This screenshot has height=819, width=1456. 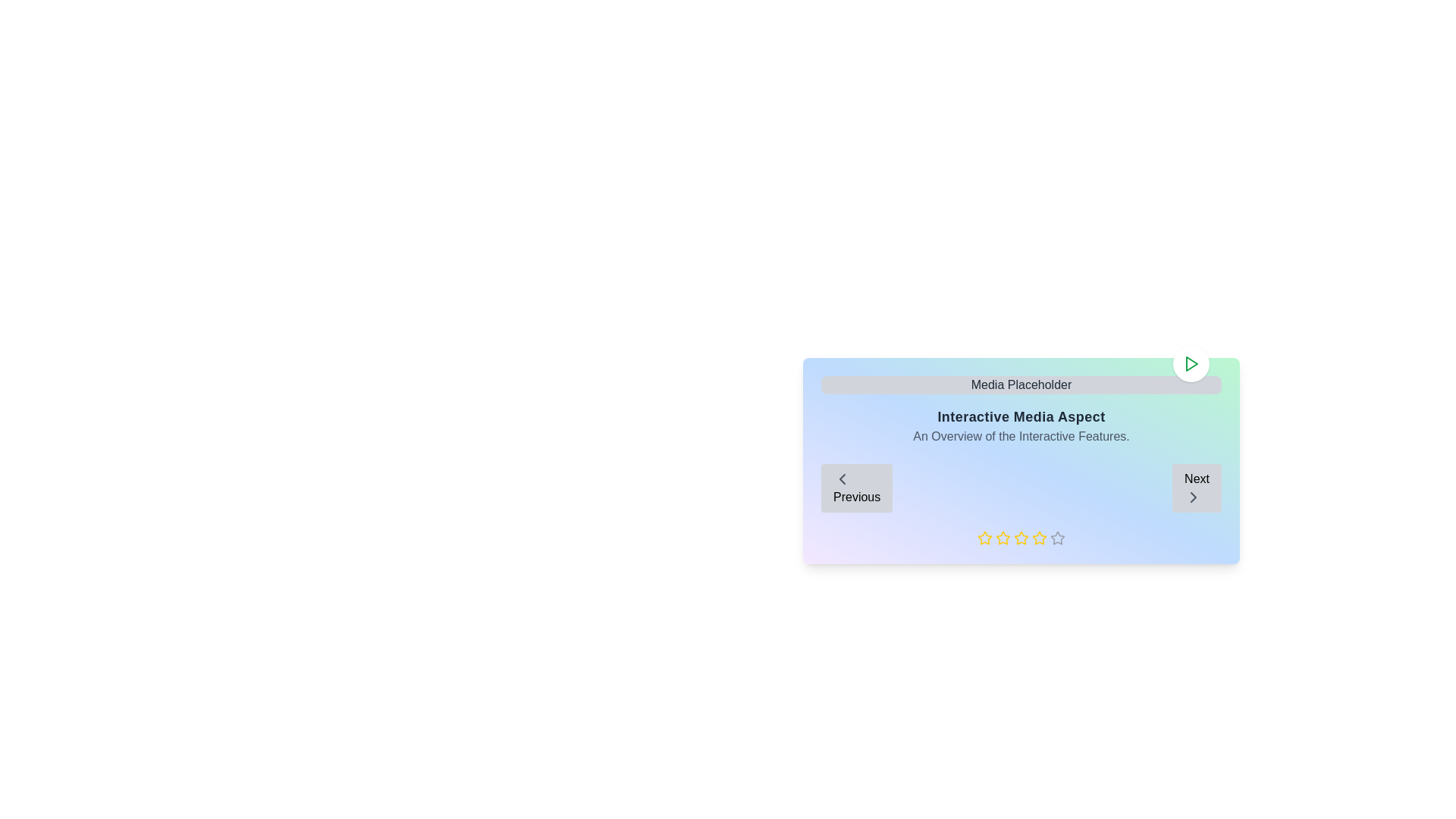 What do you see at coordinates (1003, 537) in the screenshot?
I see `on the second star-shaped icon with a yellow outline in a row of five stars` at bounding box center [1003, 537].